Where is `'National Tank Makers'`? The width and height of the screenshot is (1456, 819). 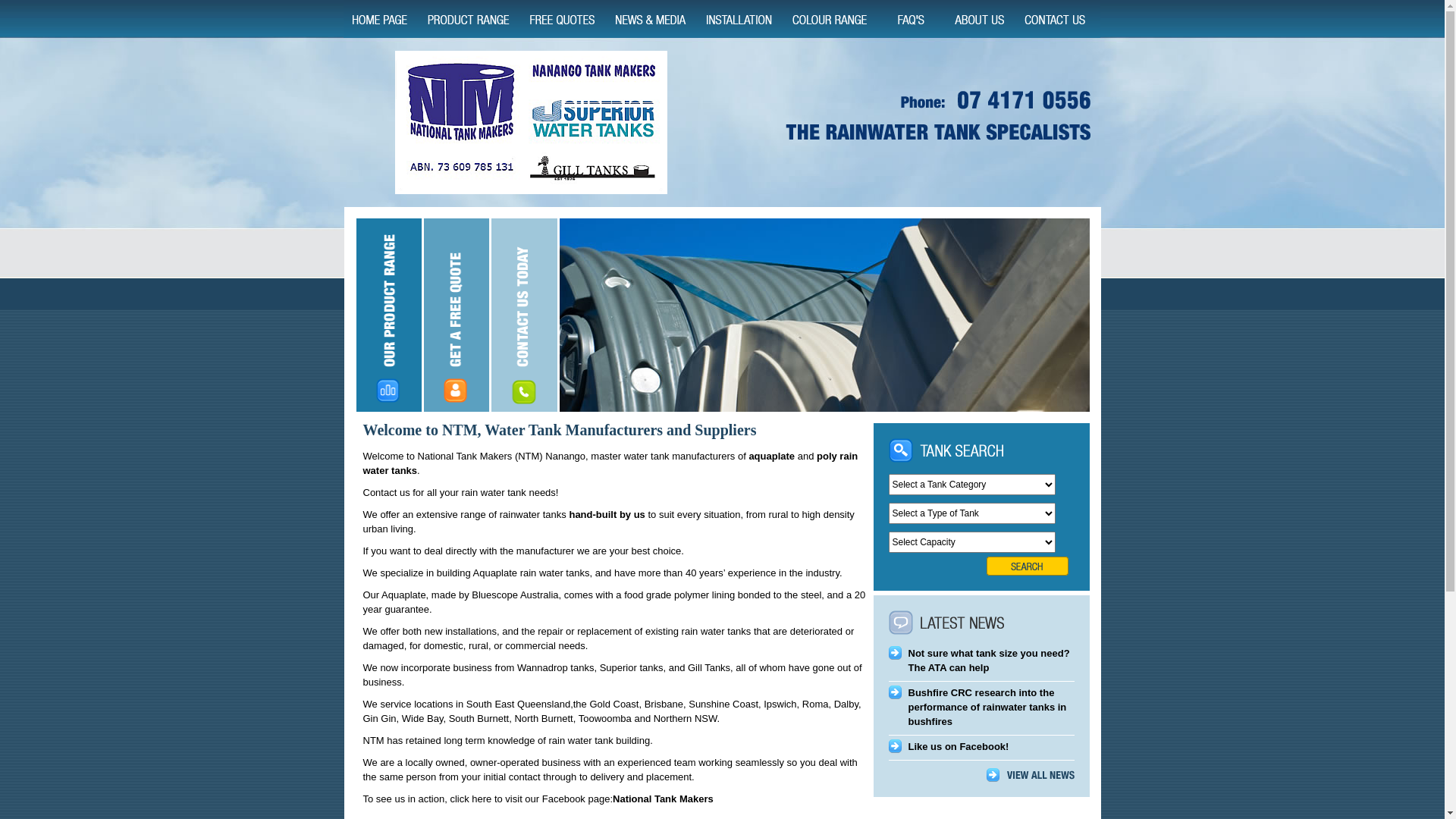
'National Tank Makers' is located at coordinates (663, 798).